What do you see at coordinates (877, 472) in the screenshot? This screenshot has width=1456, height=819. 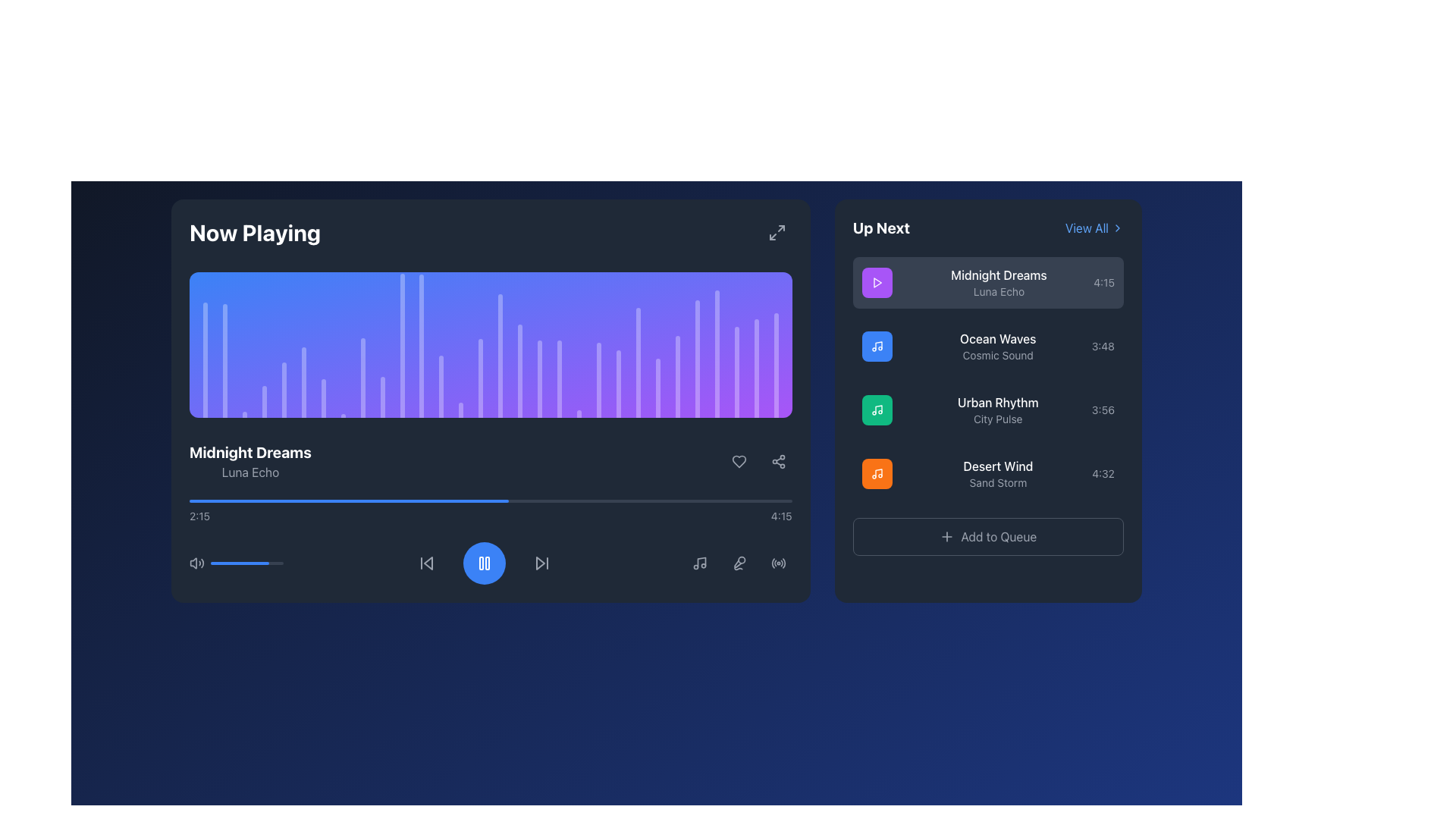 I see `the music icon represented` at bounding box center [877, 472].